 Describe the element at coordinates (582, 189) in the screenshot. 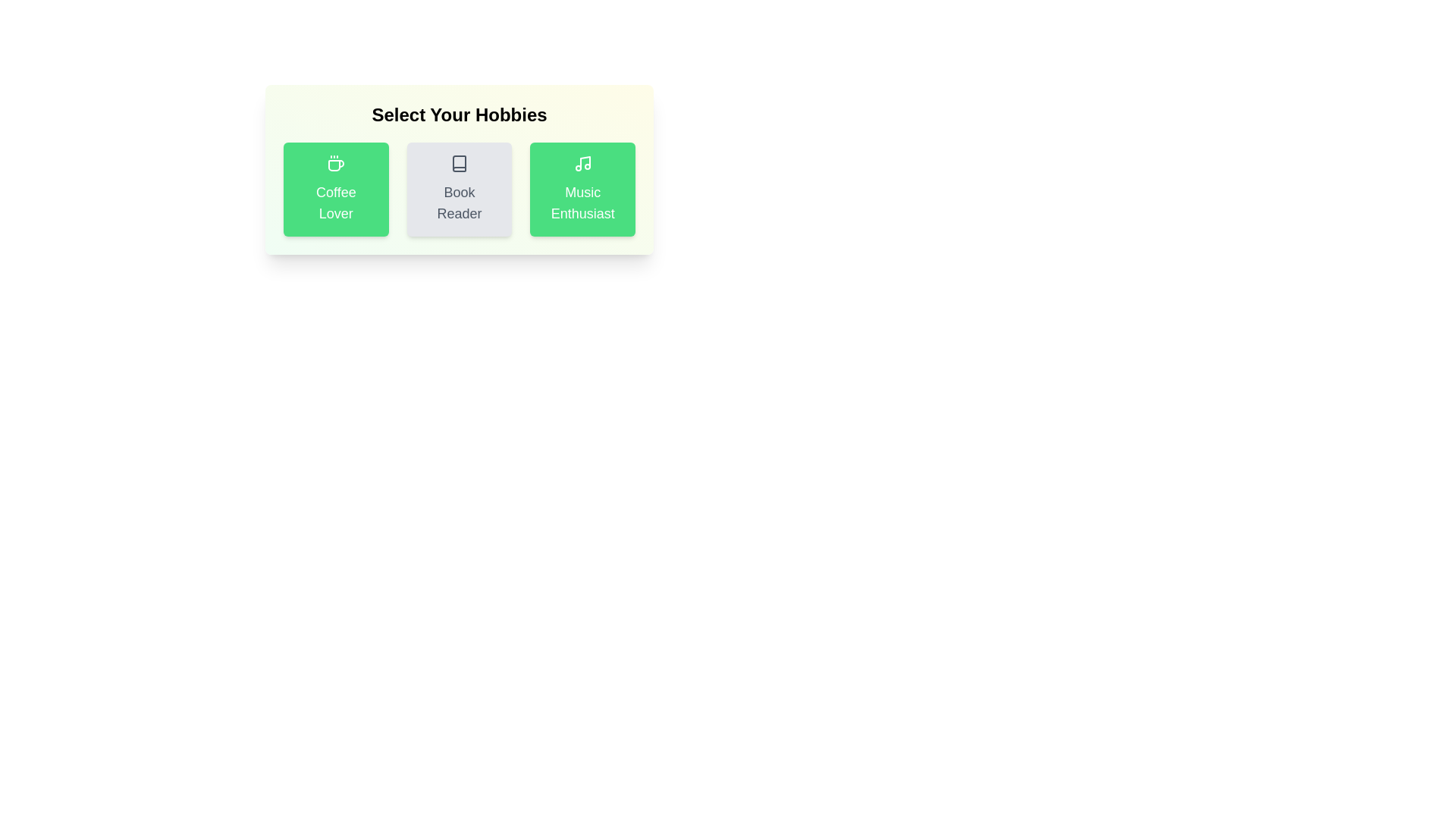

I see `the hobby button corresponding to Music Enthusiast` at that location.